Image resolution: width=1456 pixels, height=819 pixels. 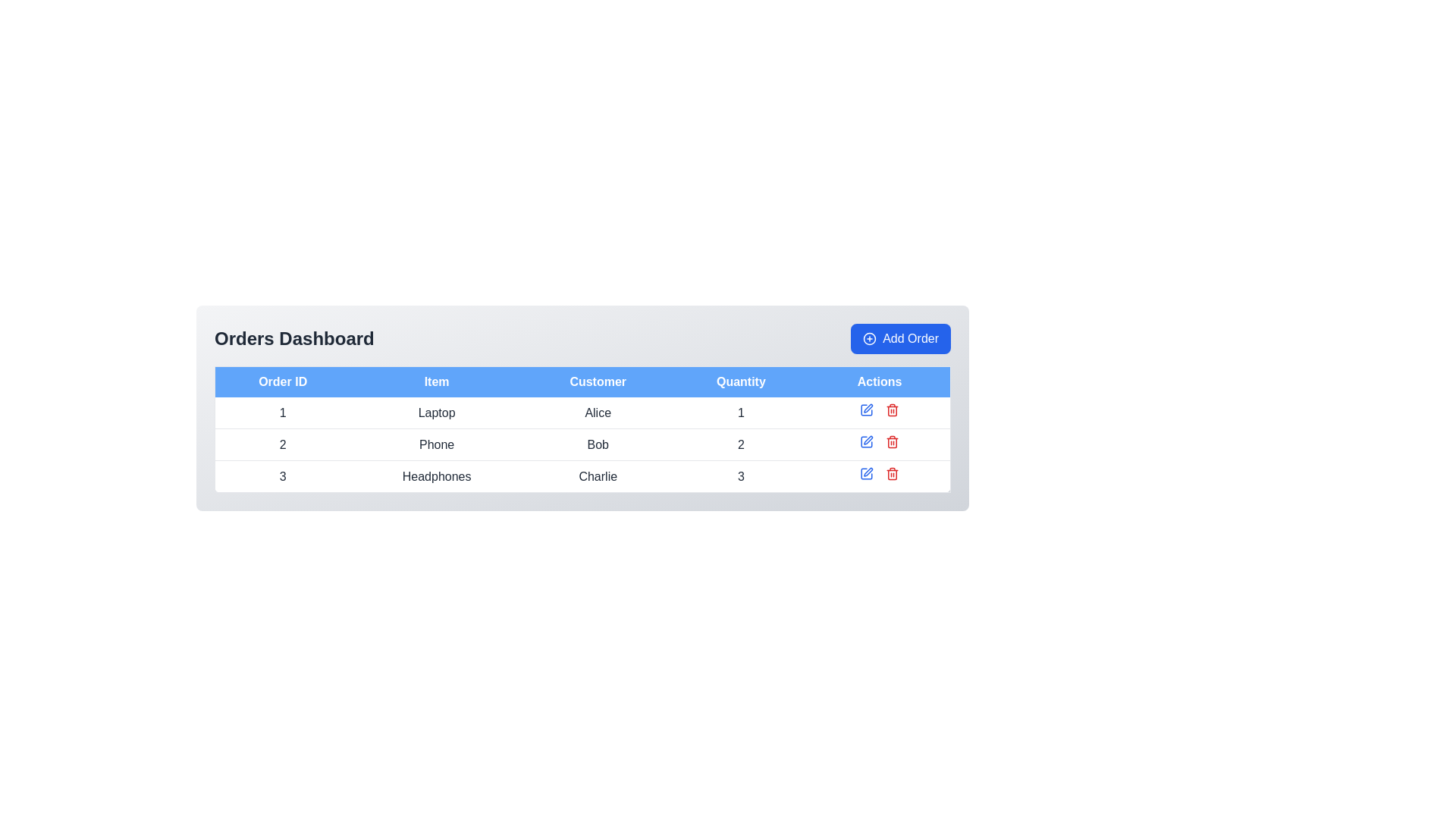 What do you see at coordinates (893, 441) in the screenshot?
I see `the red trash bin icon button located in the second row of the 'Actions' column in the table` at bounding box center [893, 441].